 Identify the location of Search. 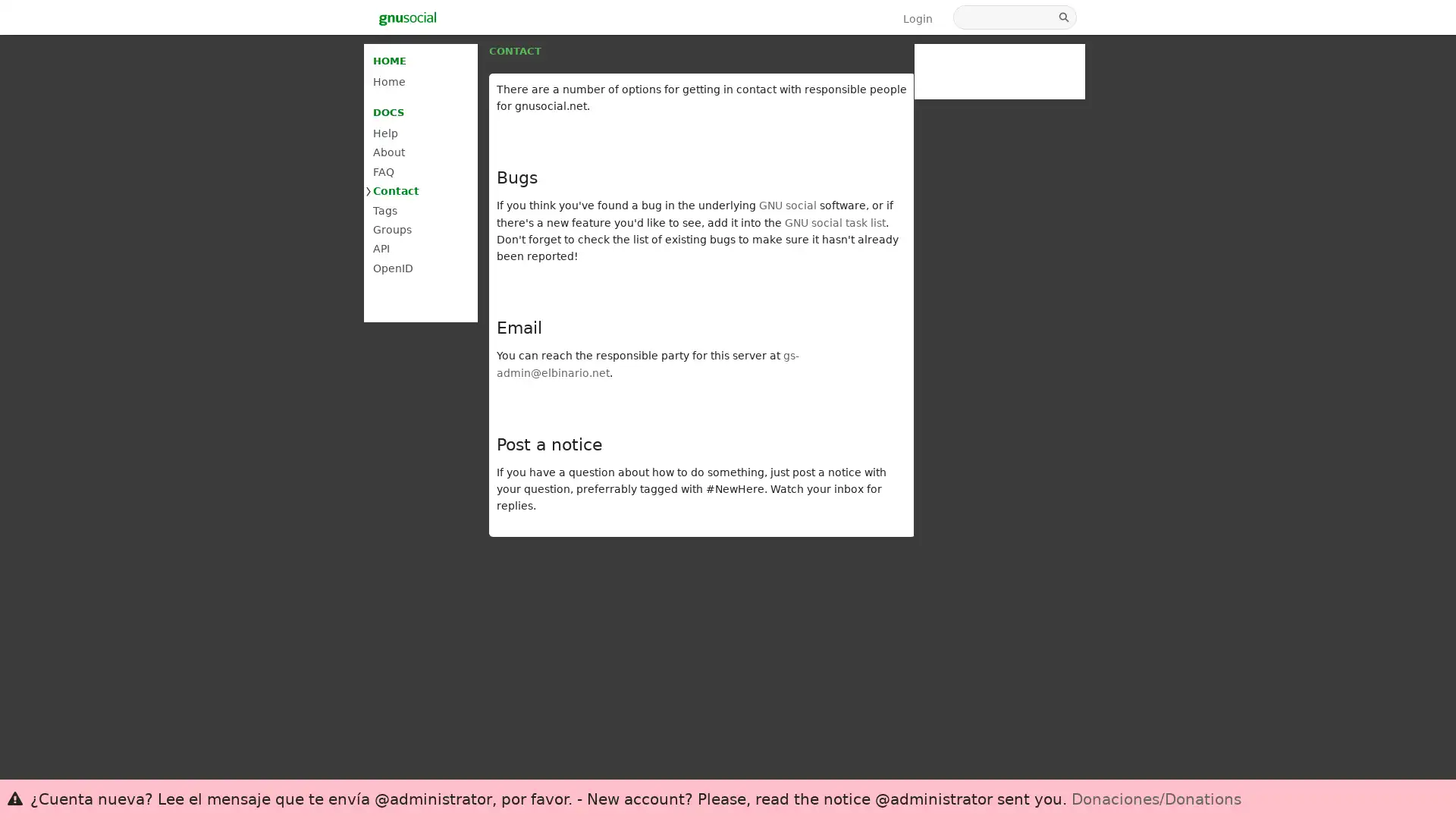
(1065, 17).